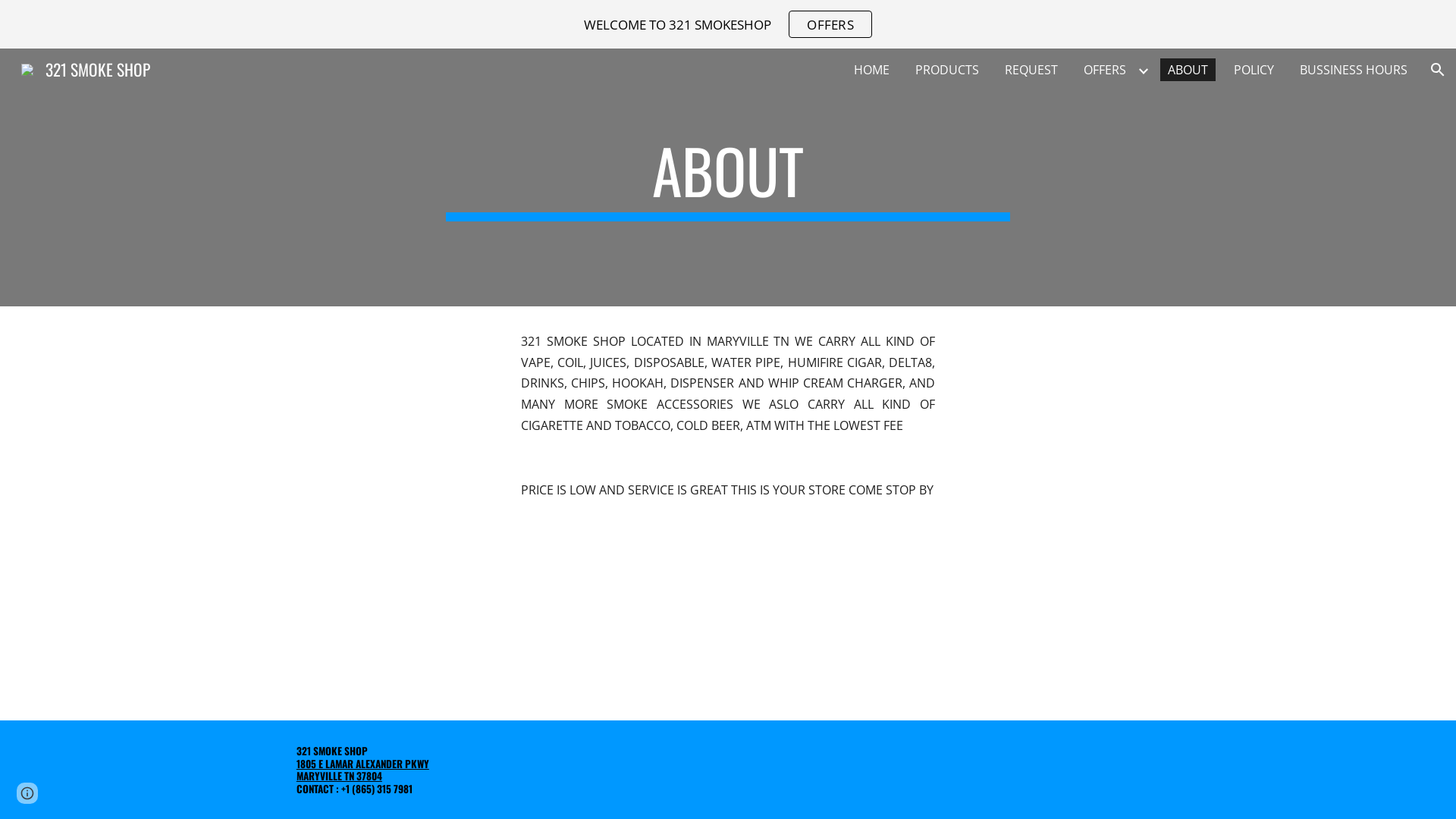 Image resolution: width=1456 pixels, height=819 pixels. Describe the element at coordinates (1254, 70) in the screenshot. I see `'POLICY'` at that location.